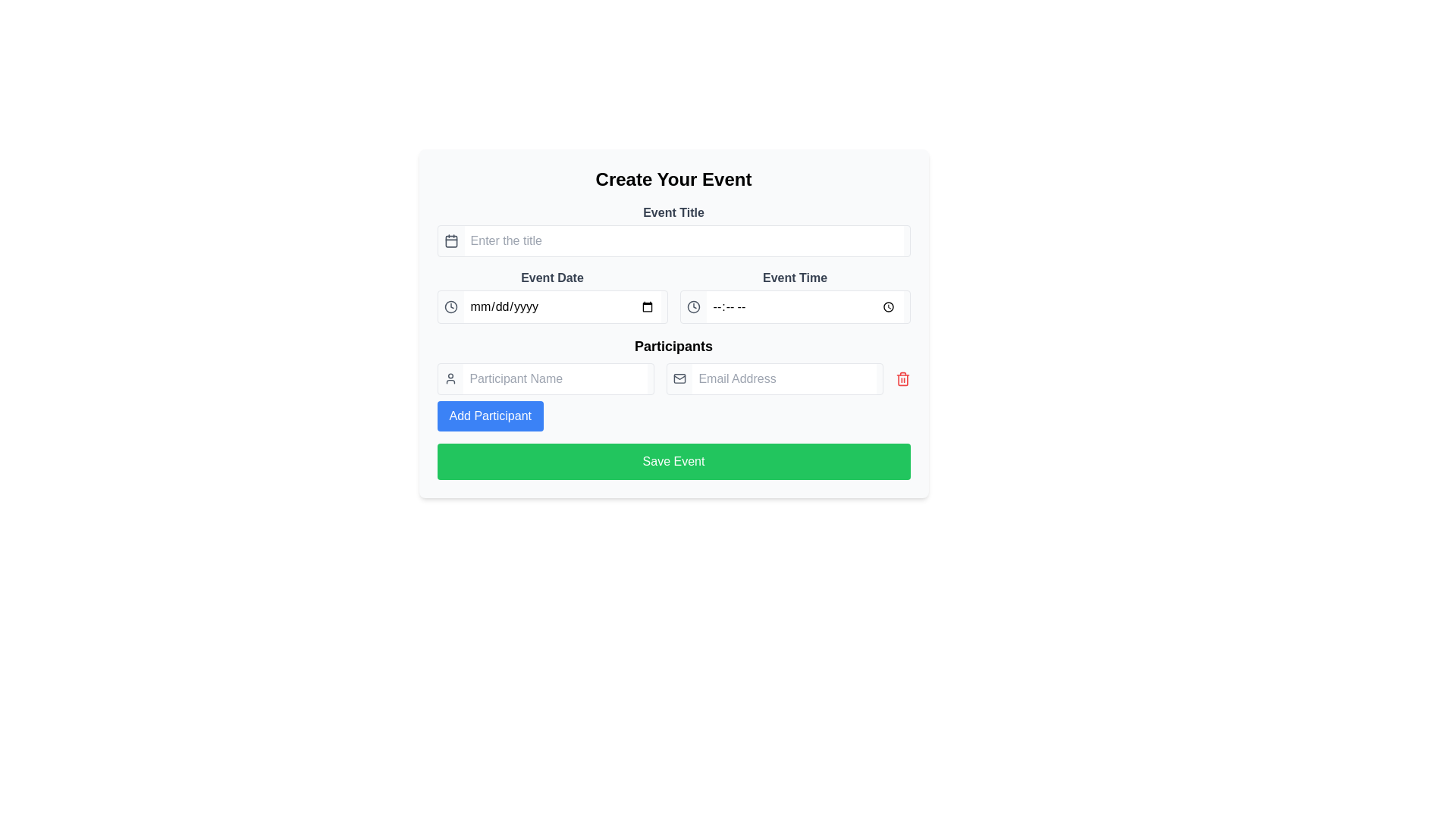  What do you see at coordinates (902, 378) in the screenshot?
I see `the delete icon button located to the far right in the participant entry row` at bounding box center [902, 378].